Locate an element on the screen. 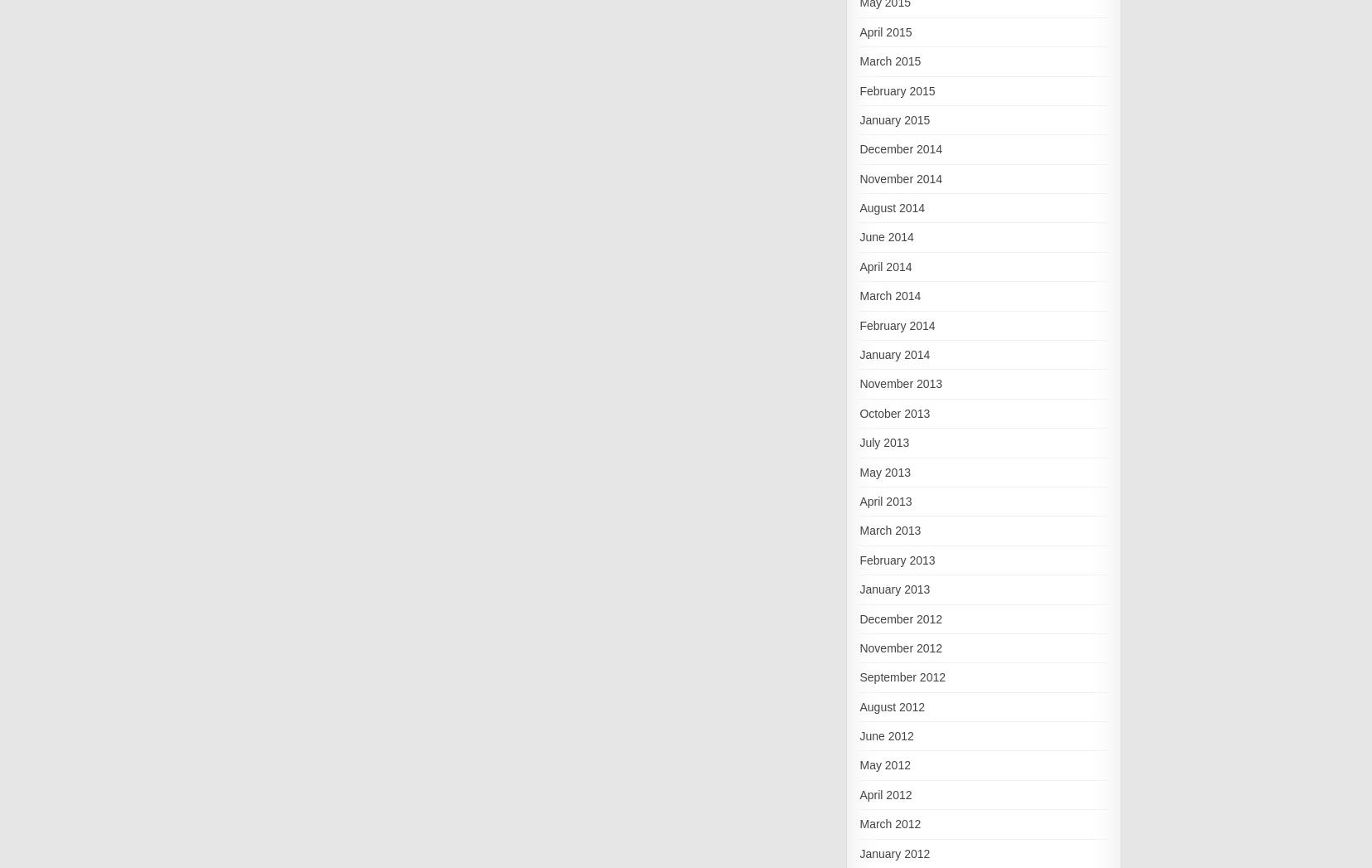 The height and width of the screenshot is (868, 1372). 'January 2014' is located at coordinates (893, 354).